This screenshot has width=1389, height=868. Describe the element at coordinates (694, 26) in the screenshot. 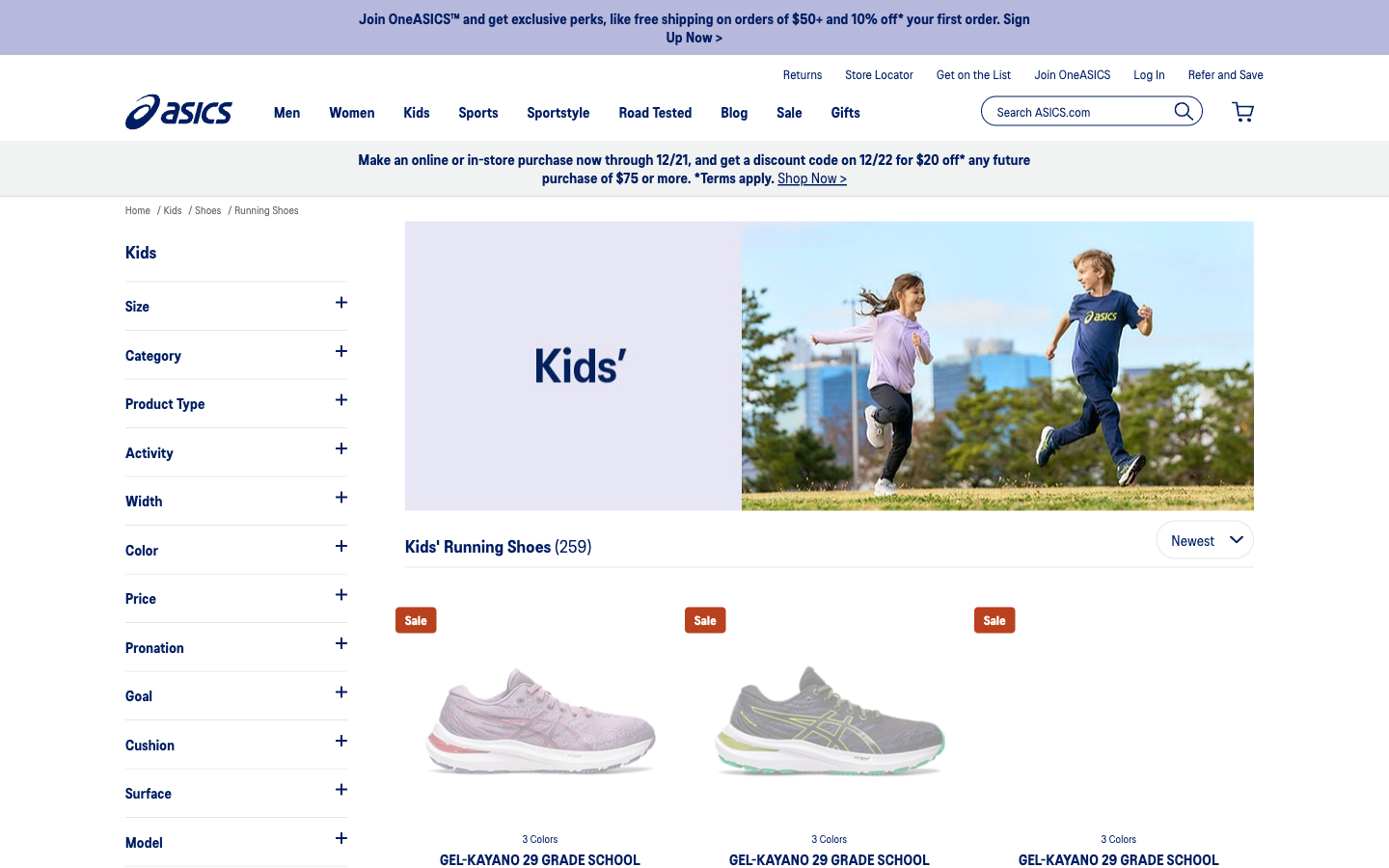

I see `Identify the singular offers they propose` at that location.